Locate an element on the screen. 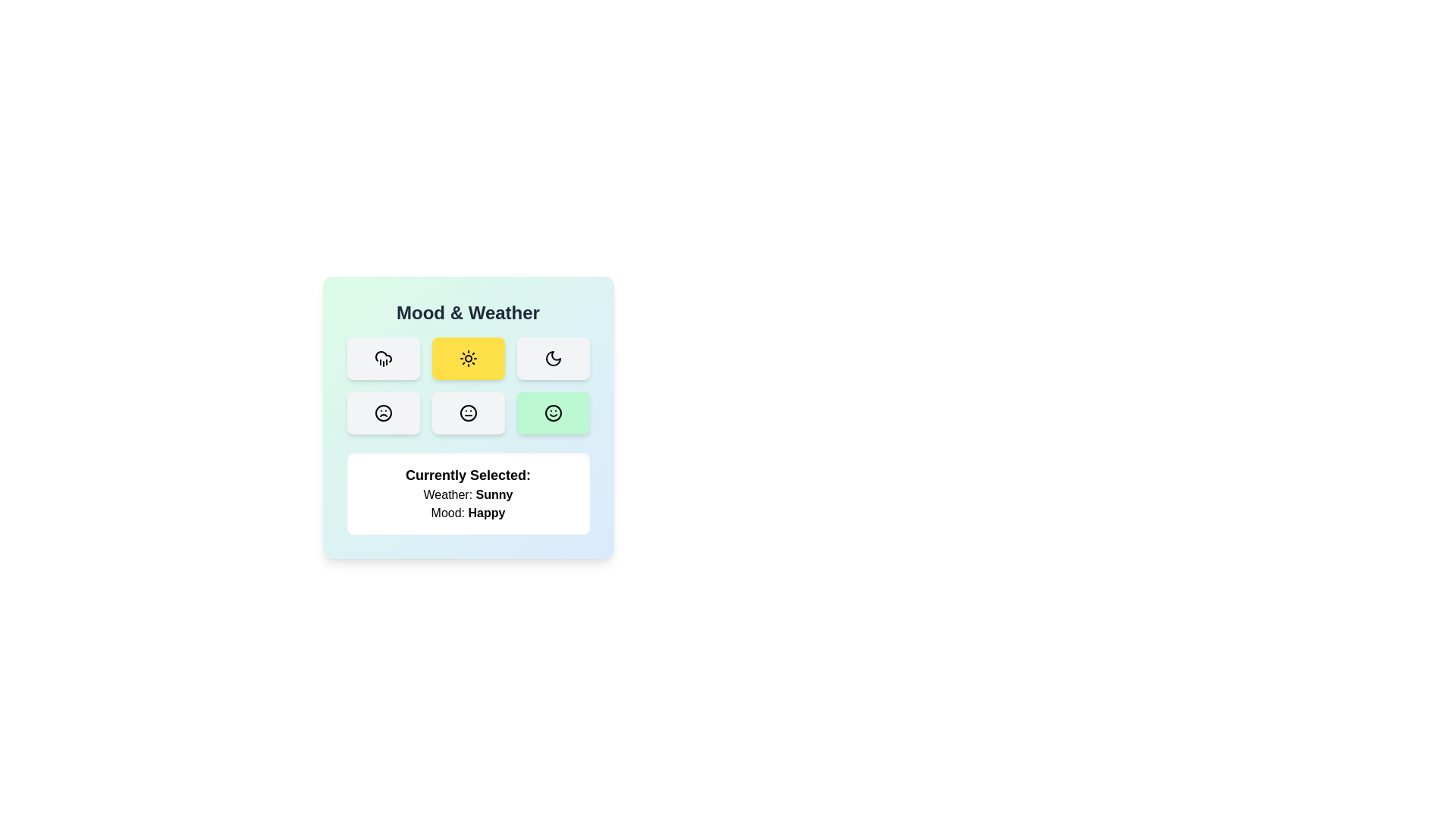  the Heading element that describes the section for selecting mood and weather options, which is centrally aligned above the selection icons is located at coordinates (467, 312).